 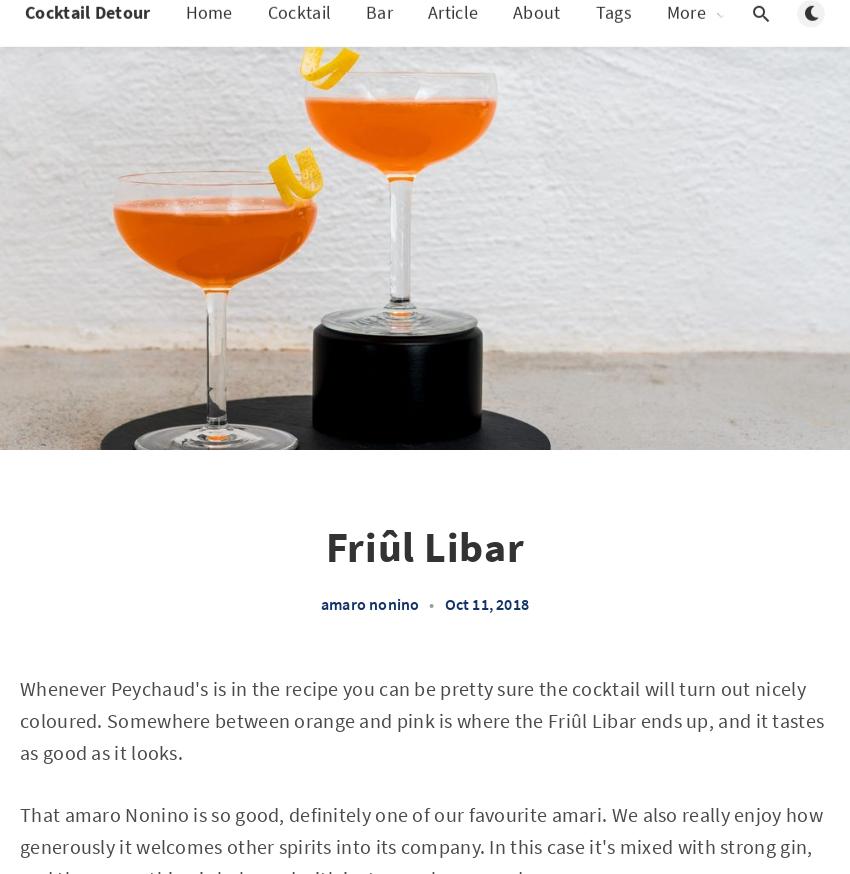 What do you see at coordinates (685, 31) in the screenshot?
I see `'More'` at bounding box center [685, 31].